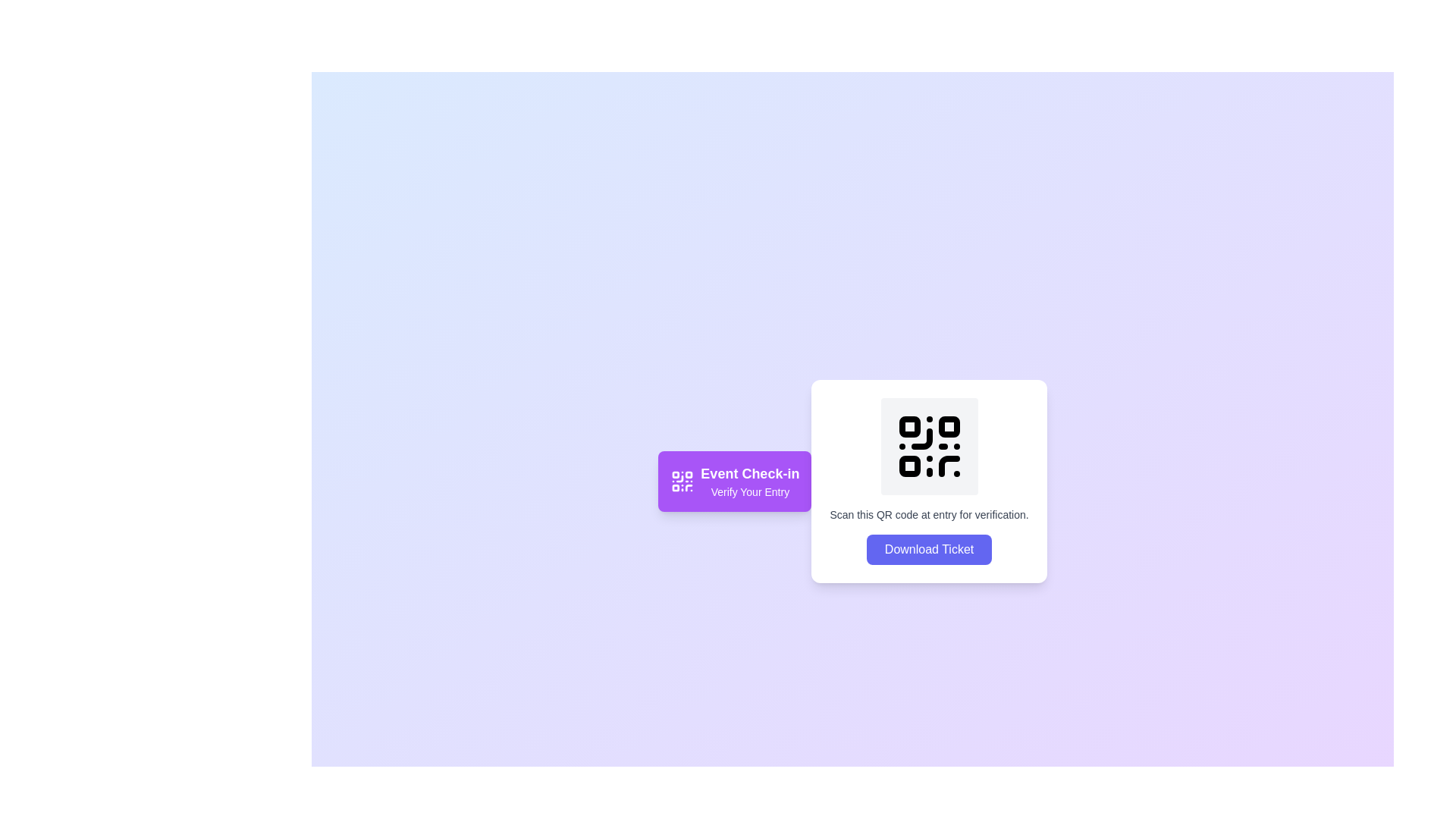  I want to click on the QR code icon located within the purple rectangle labeled 'Event Check-in' and 'Verify Your Entry', so click(682, 482).